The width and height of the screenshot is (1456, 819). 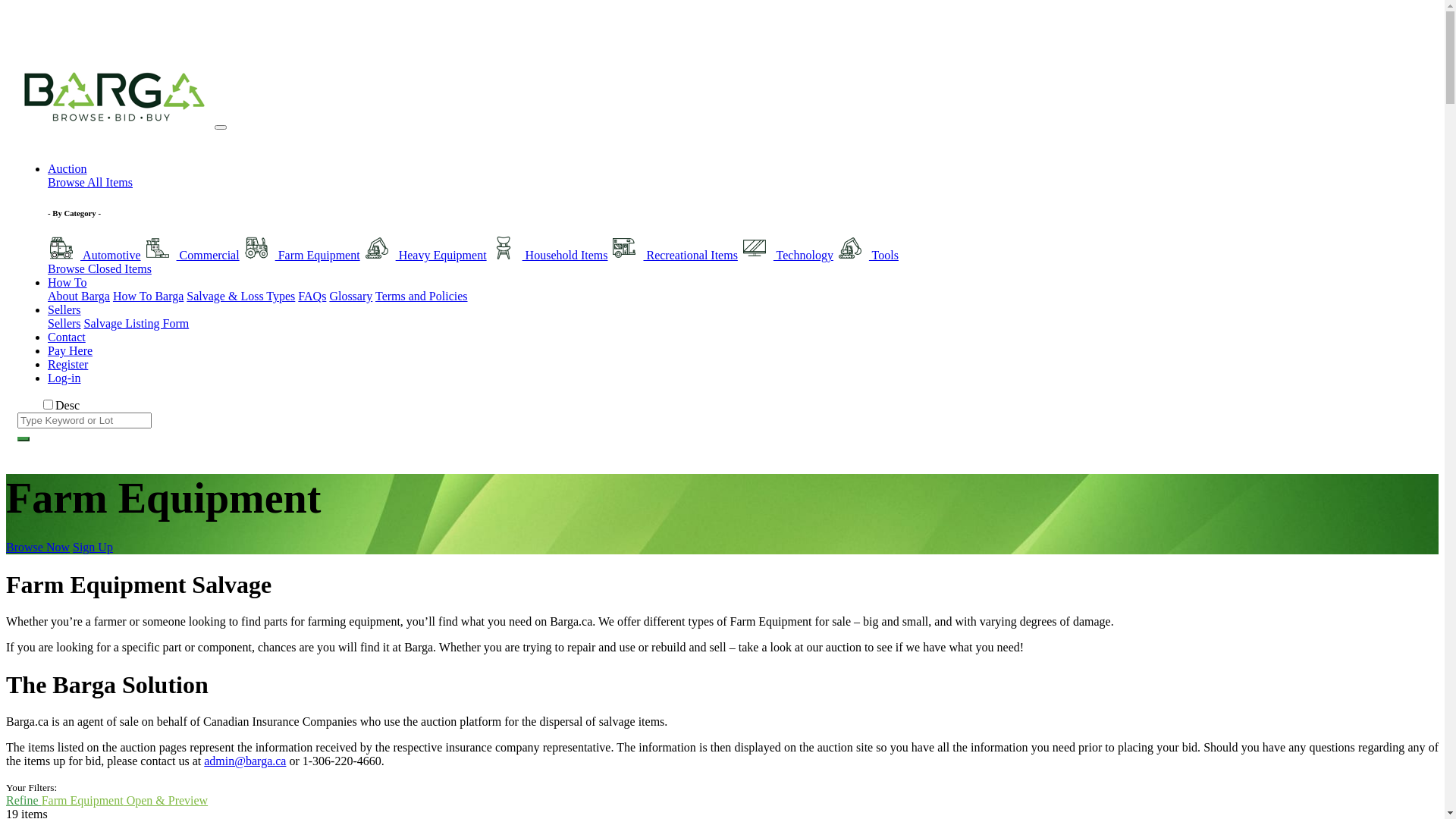 What do you see at coordinates (311, 296) in the screenshot?
I see `'FAQs'` at bounding box center [311, 296].